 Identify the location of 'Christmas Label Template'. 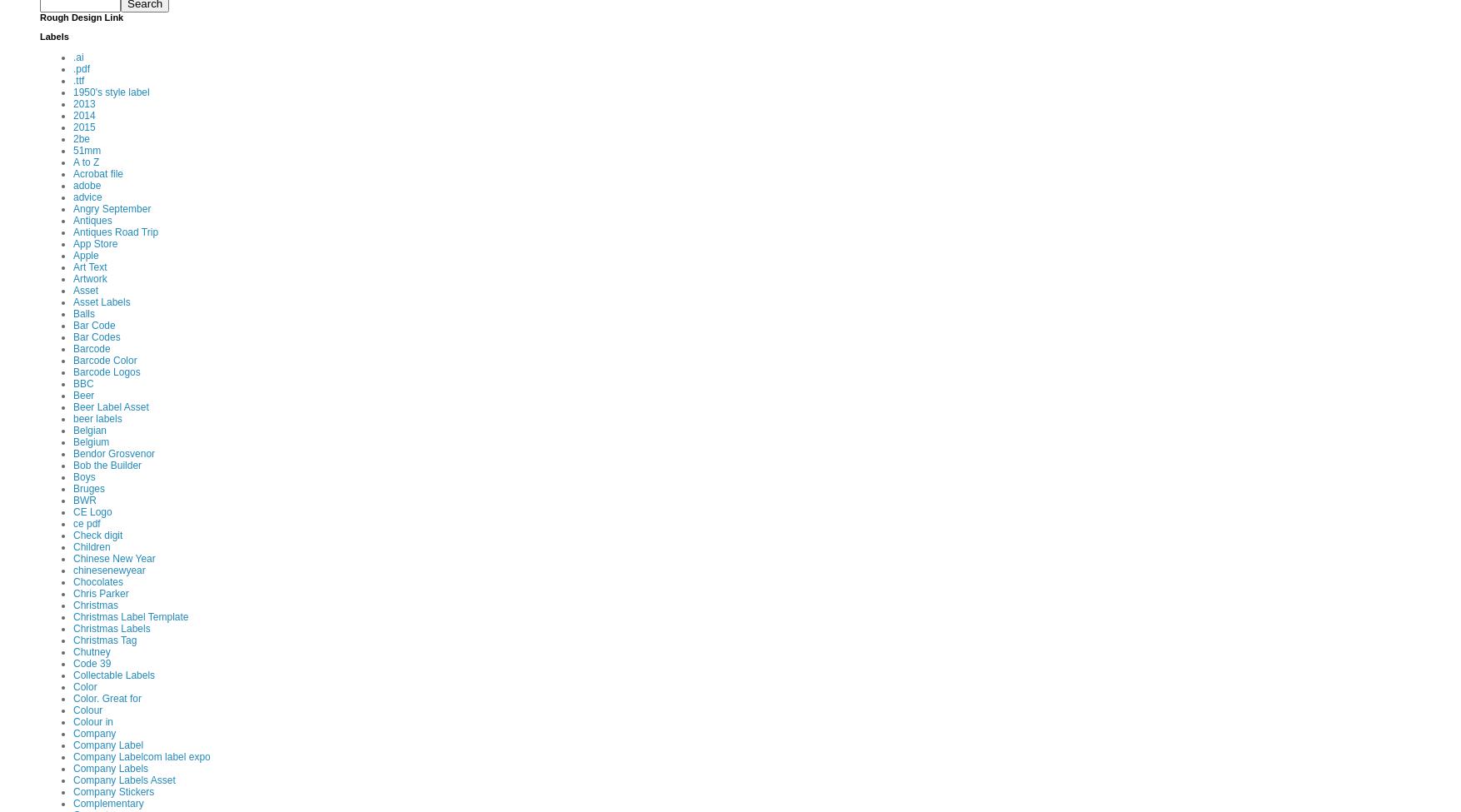
(129, 615).